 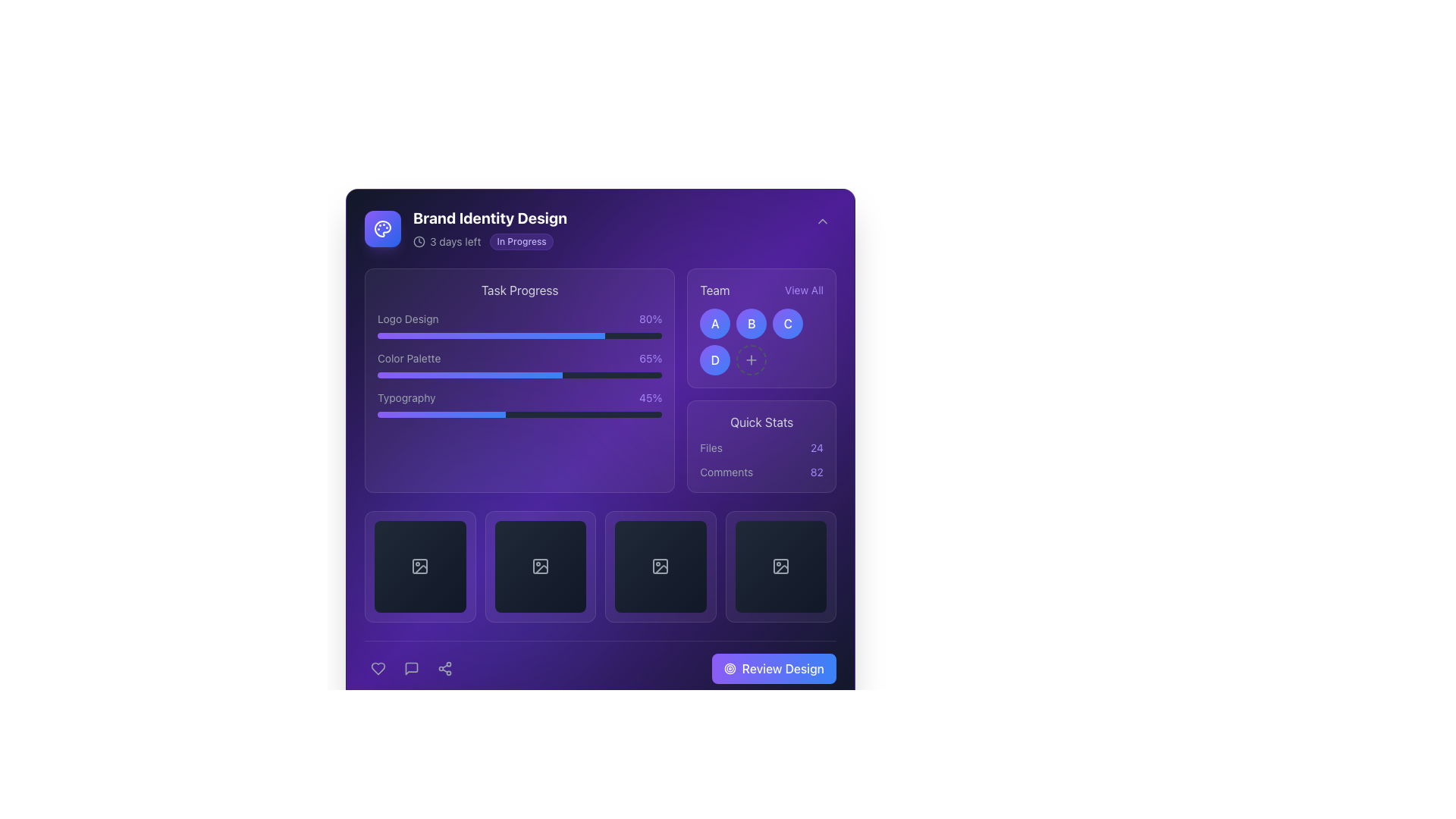 I want to click on on the text block displaying the project title 'Brand Identity Design' with the status badge 'In Progress', so click(x=490, y=228).